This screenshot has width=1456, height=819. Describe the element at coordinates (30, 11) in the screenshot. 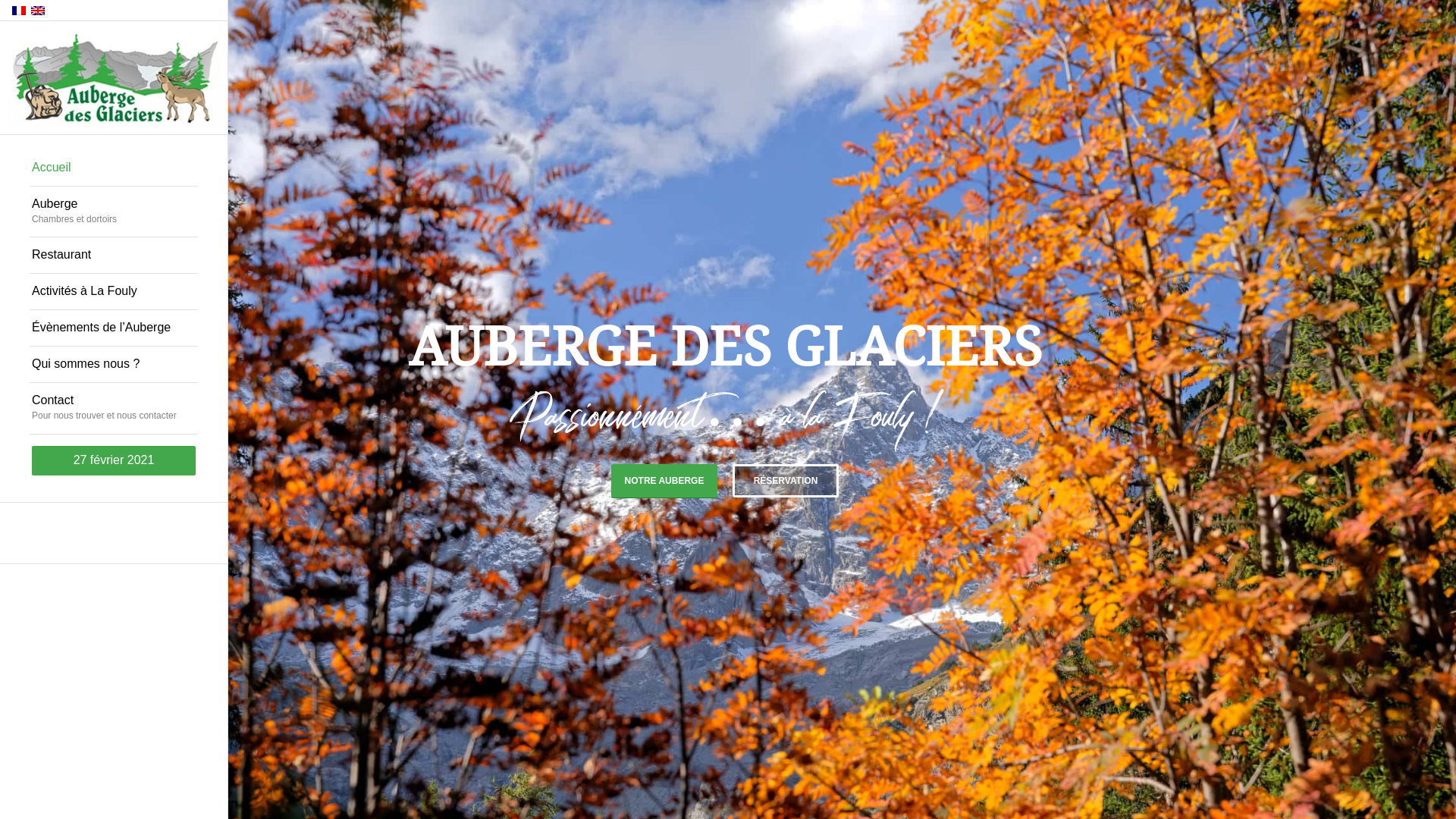

I see `'English'` at that location.